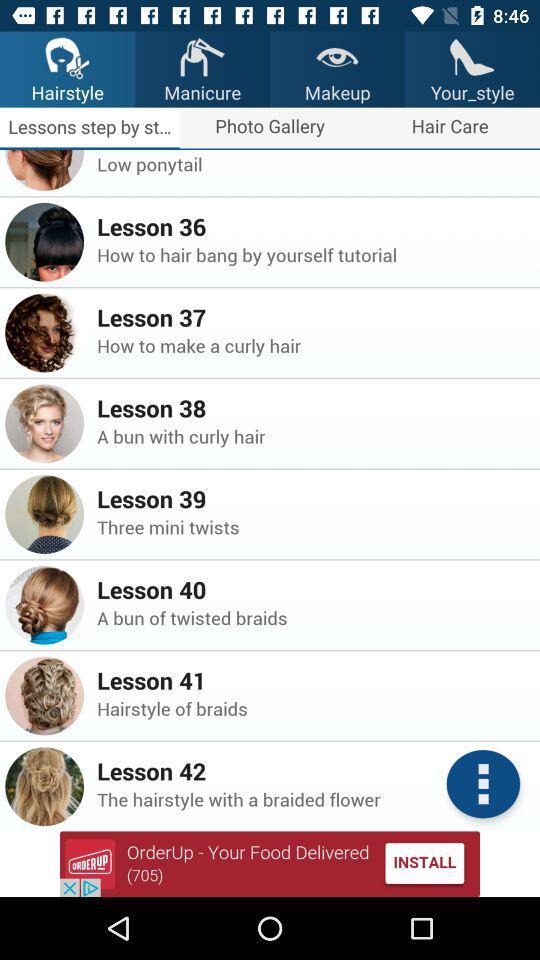  I want to click on see more options, so click(482, 784).